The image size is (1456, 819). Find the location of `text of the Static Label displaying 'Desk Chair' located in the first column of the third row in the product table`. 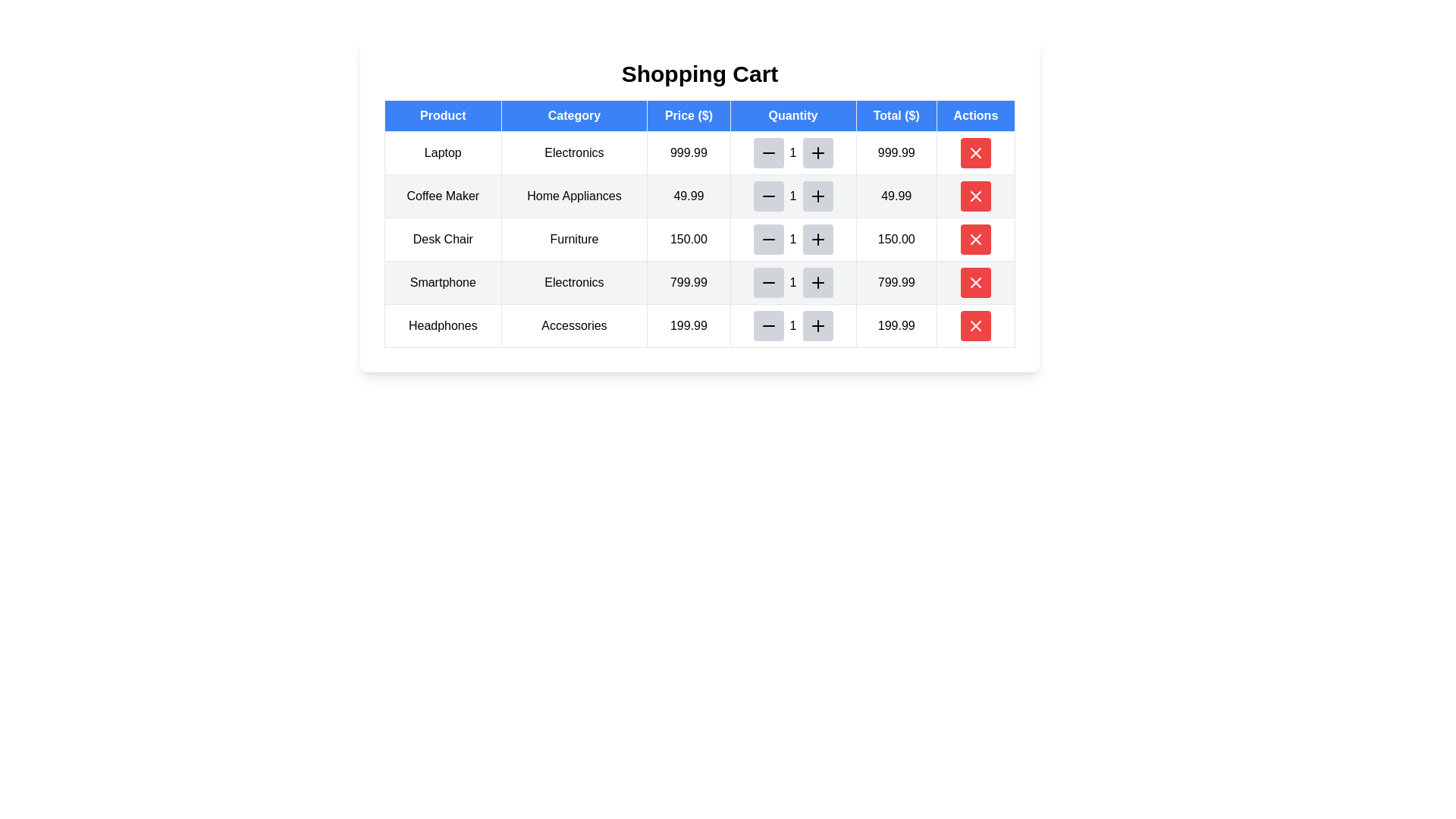

text of the Static Label displaying 'Desk Chair' located in the first column of the third row in the product table is located at coordinates (442, 239).